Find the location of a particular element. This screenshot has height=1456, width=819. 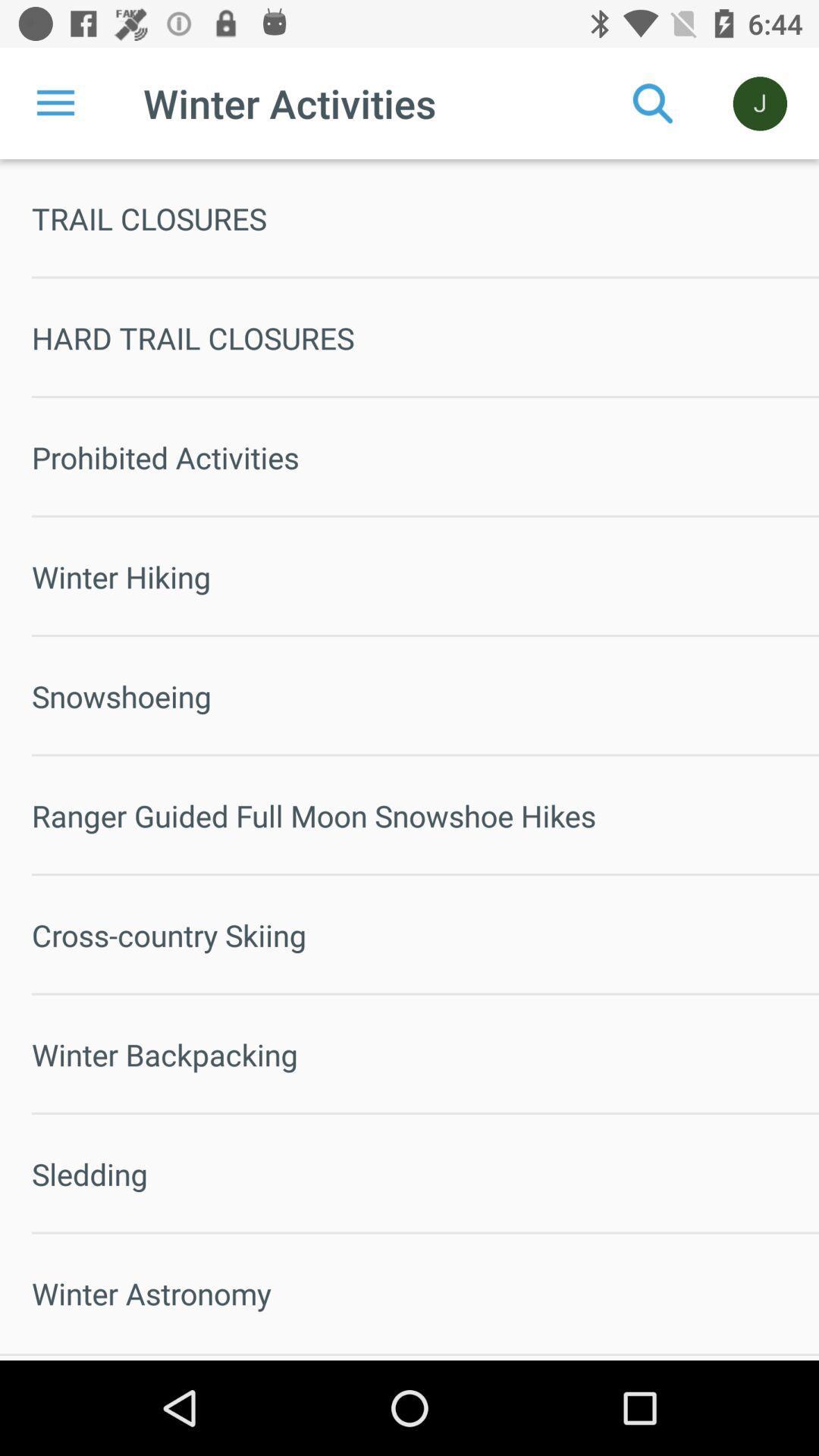

icon next to the winter activities item is located at coordinates (55, 102).